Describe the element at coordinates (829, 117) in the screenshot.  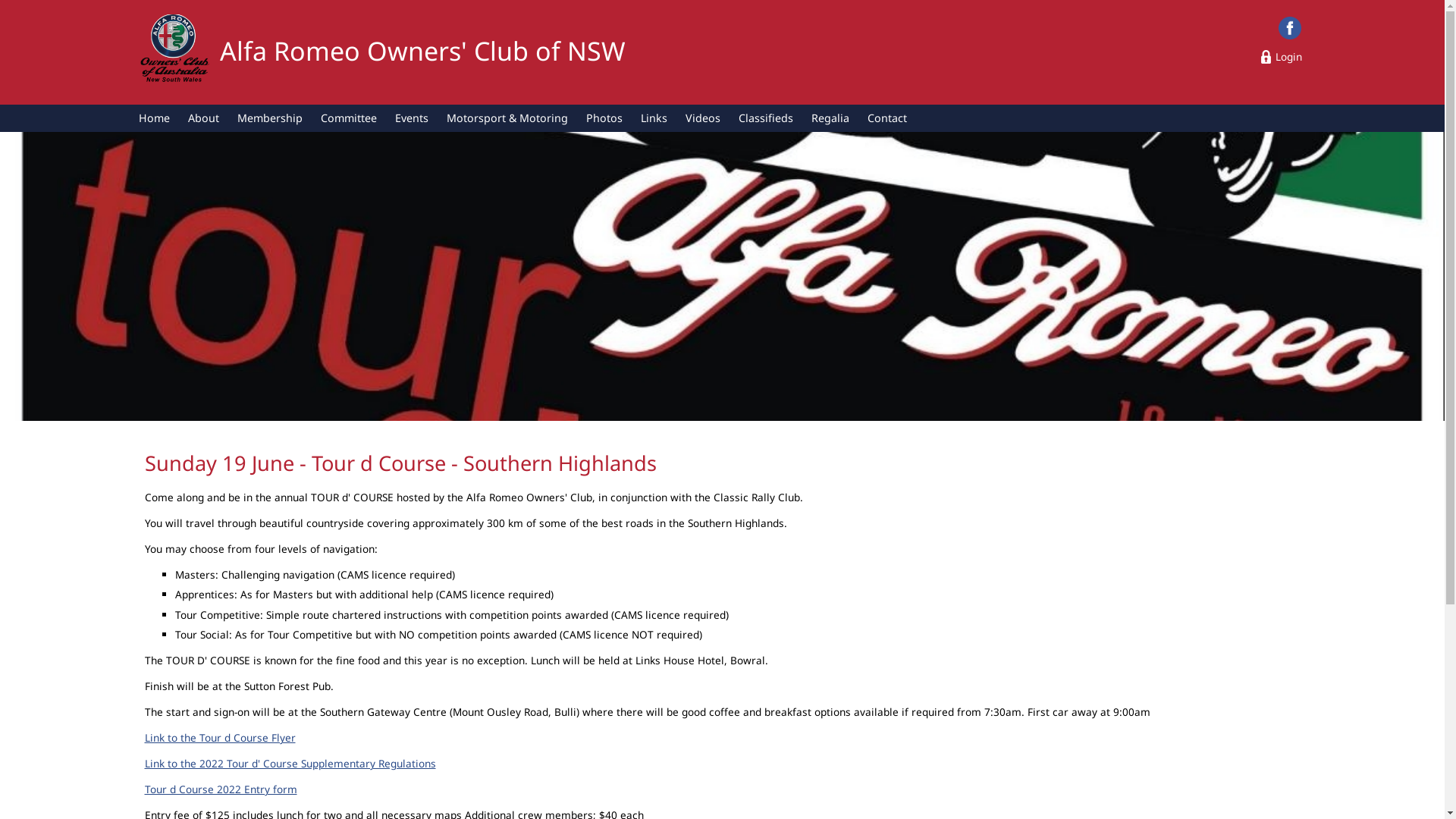
I see `'Regalia'` at that location.